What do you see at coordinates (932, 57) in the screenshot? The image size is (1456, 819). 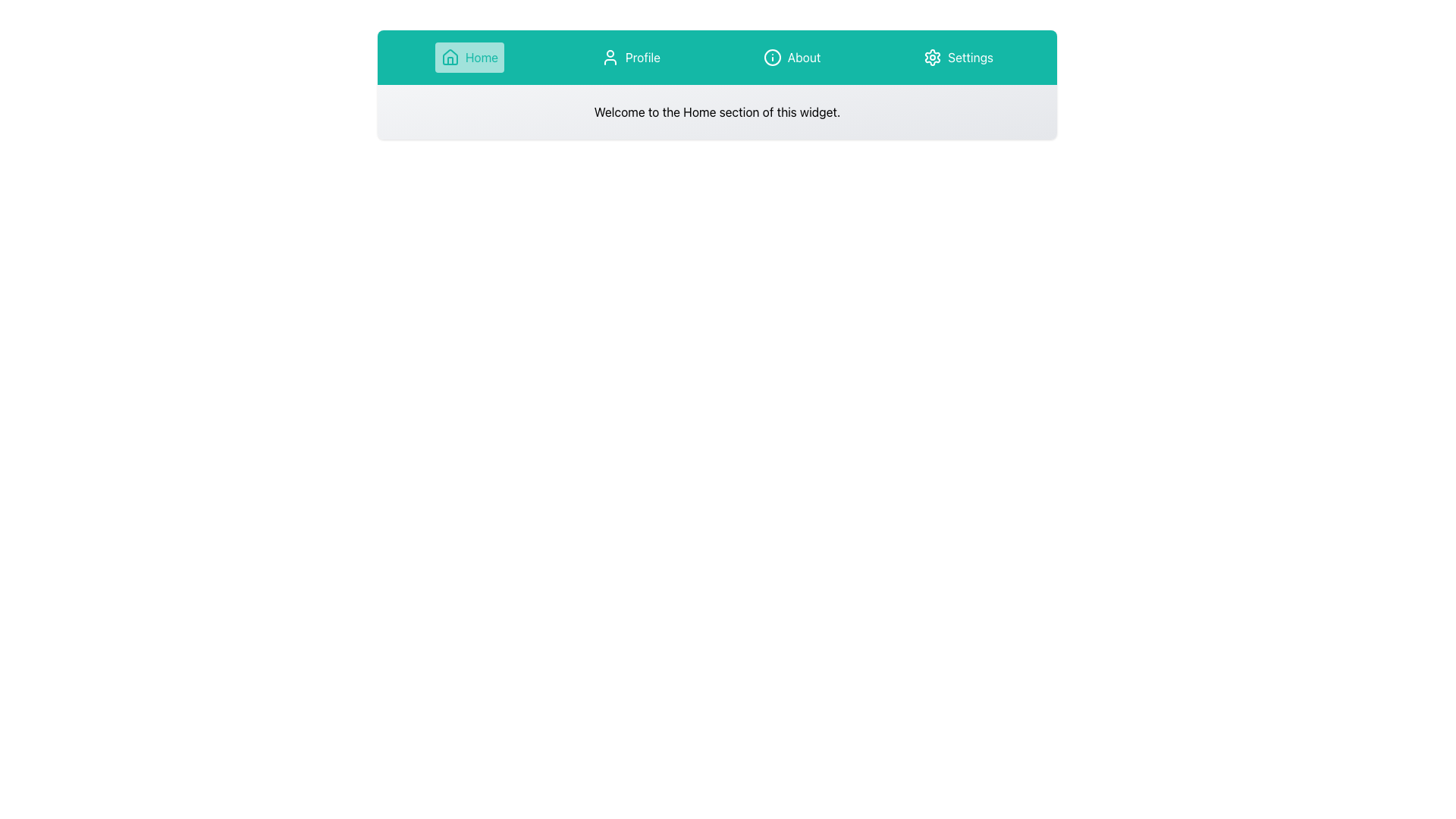 I see `the settings icon located in the top navigation bar, which is positioned to the left of the 'Settings' text label` at bounding box center [932, 57].